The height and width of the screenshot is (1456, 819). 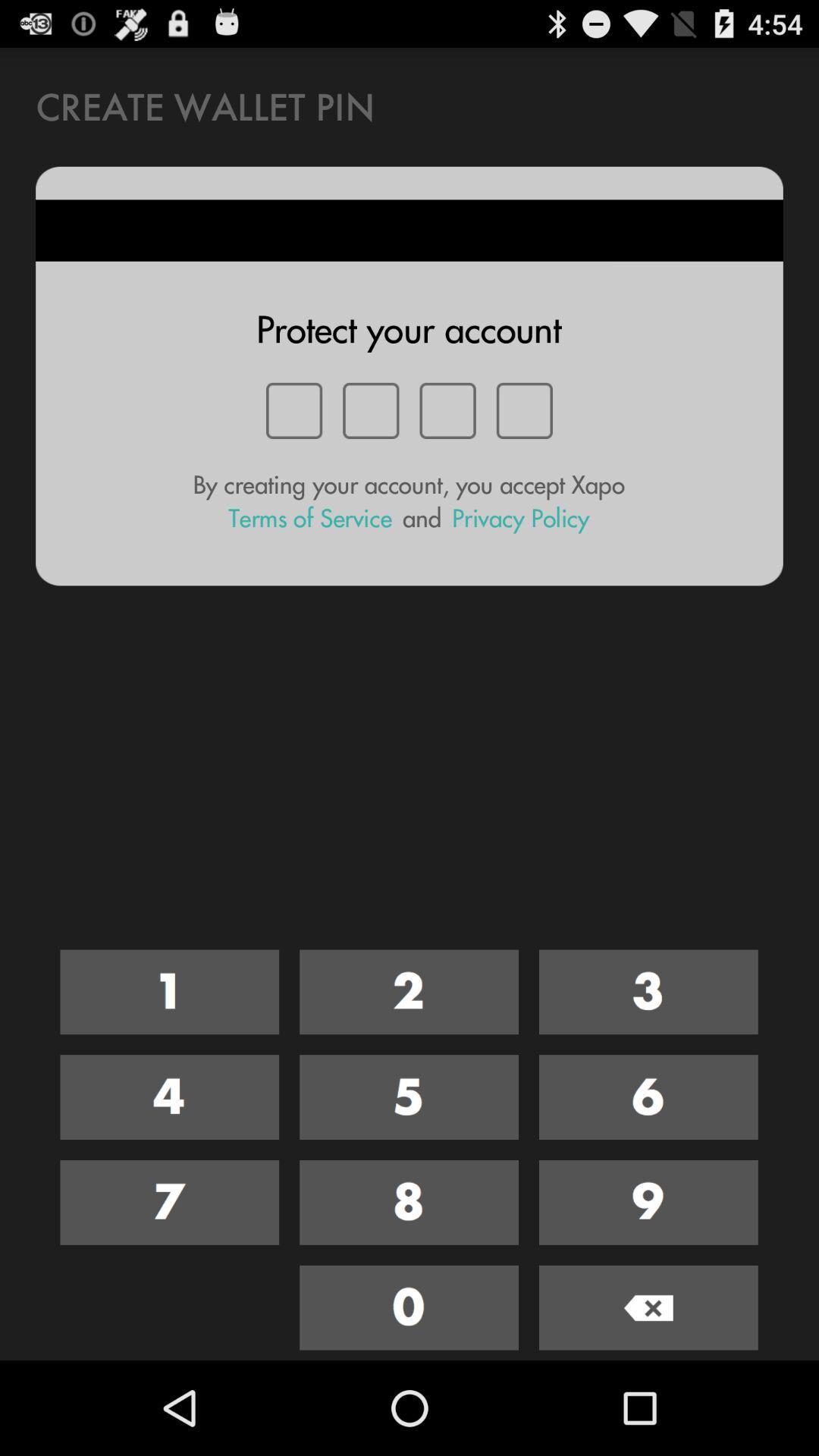 I want to click on backspace, so click(x=648, y=1307).